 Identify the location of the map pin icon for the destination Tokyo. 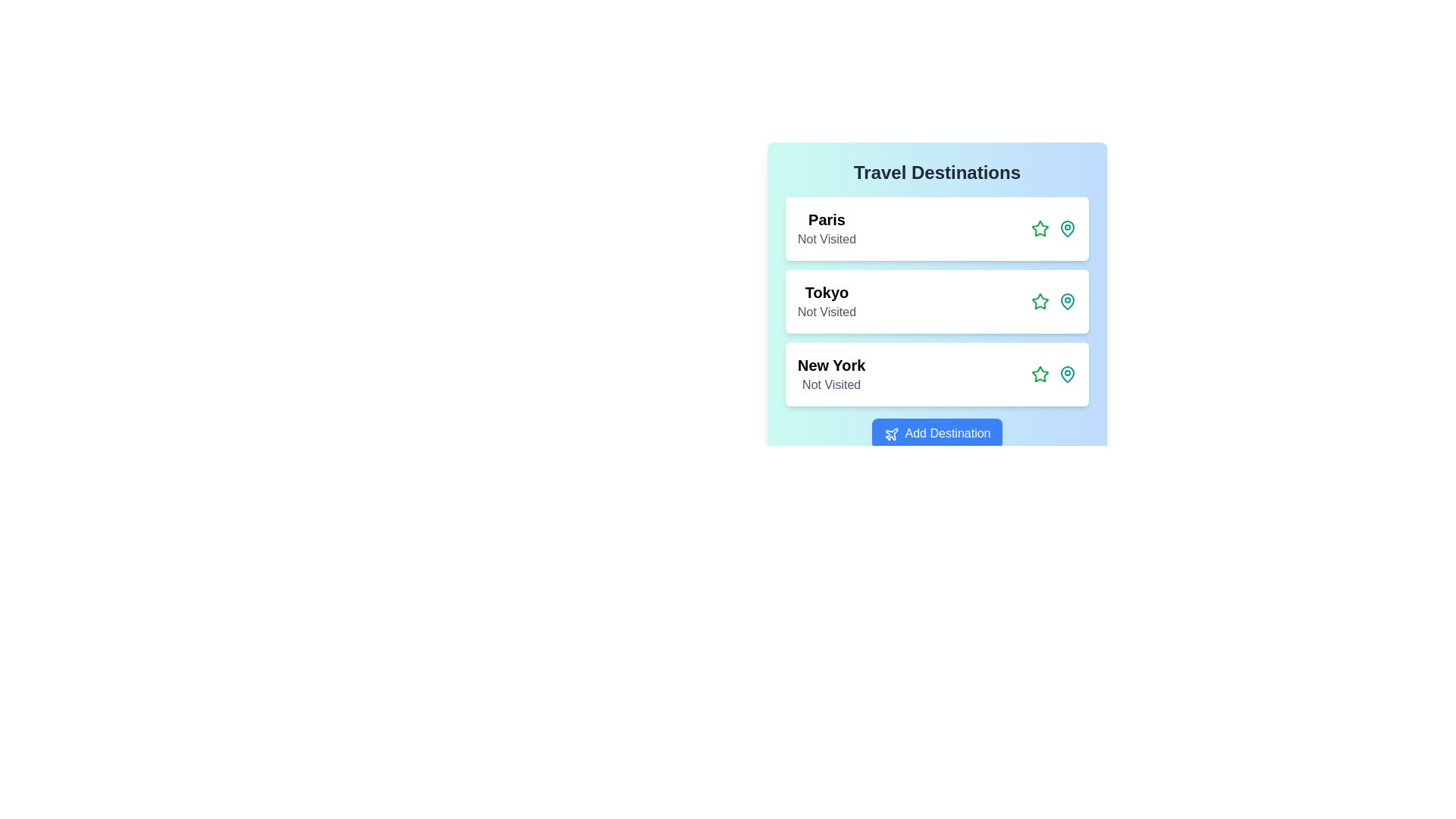
(1066, 301).